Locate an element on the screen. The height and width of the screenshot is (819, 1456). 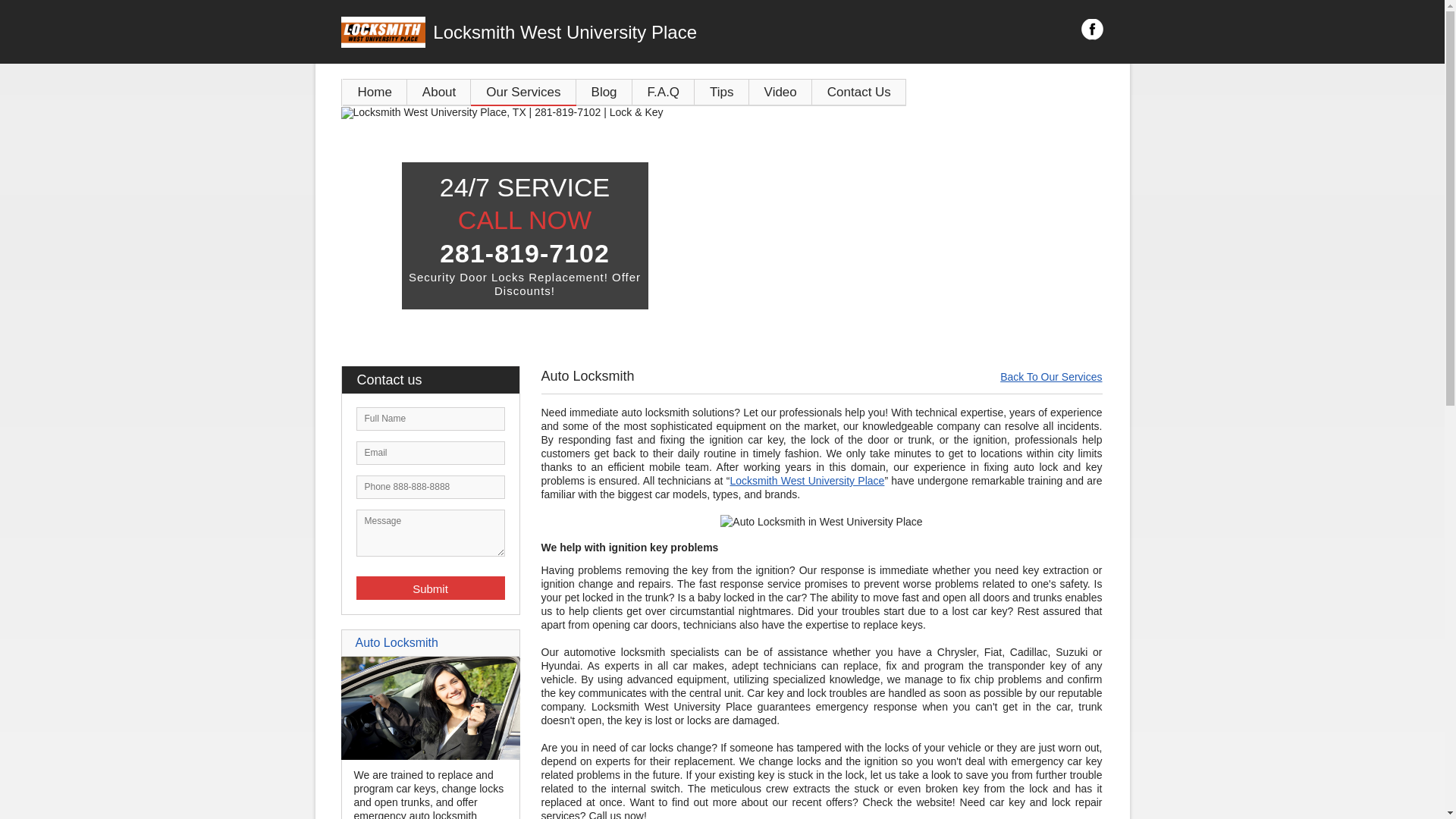
'Contact us' is located at coordinates (436, 379).